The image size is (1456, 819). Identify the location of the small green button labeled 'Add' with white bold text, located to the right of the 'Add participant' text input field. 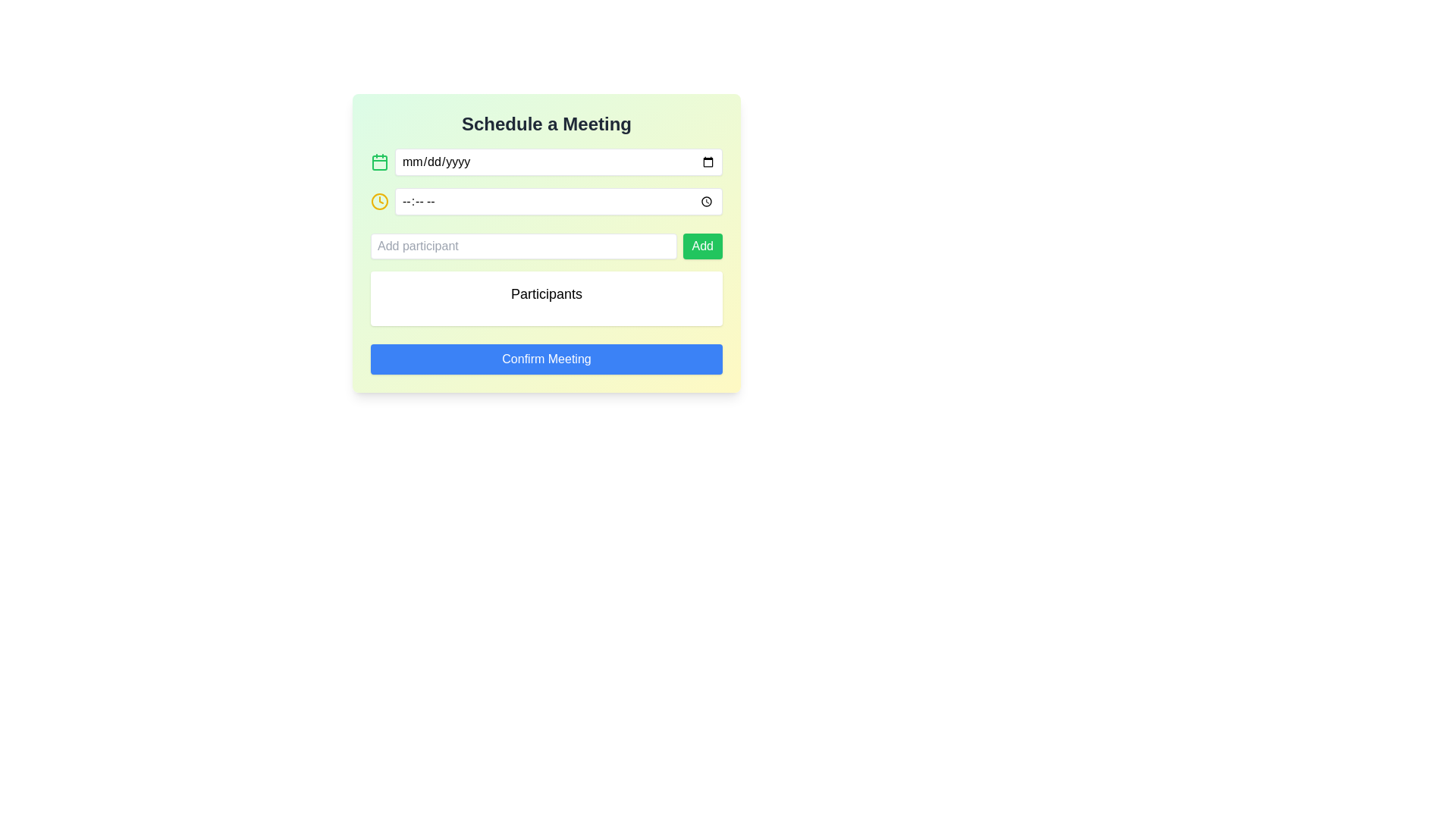
(701, 245).